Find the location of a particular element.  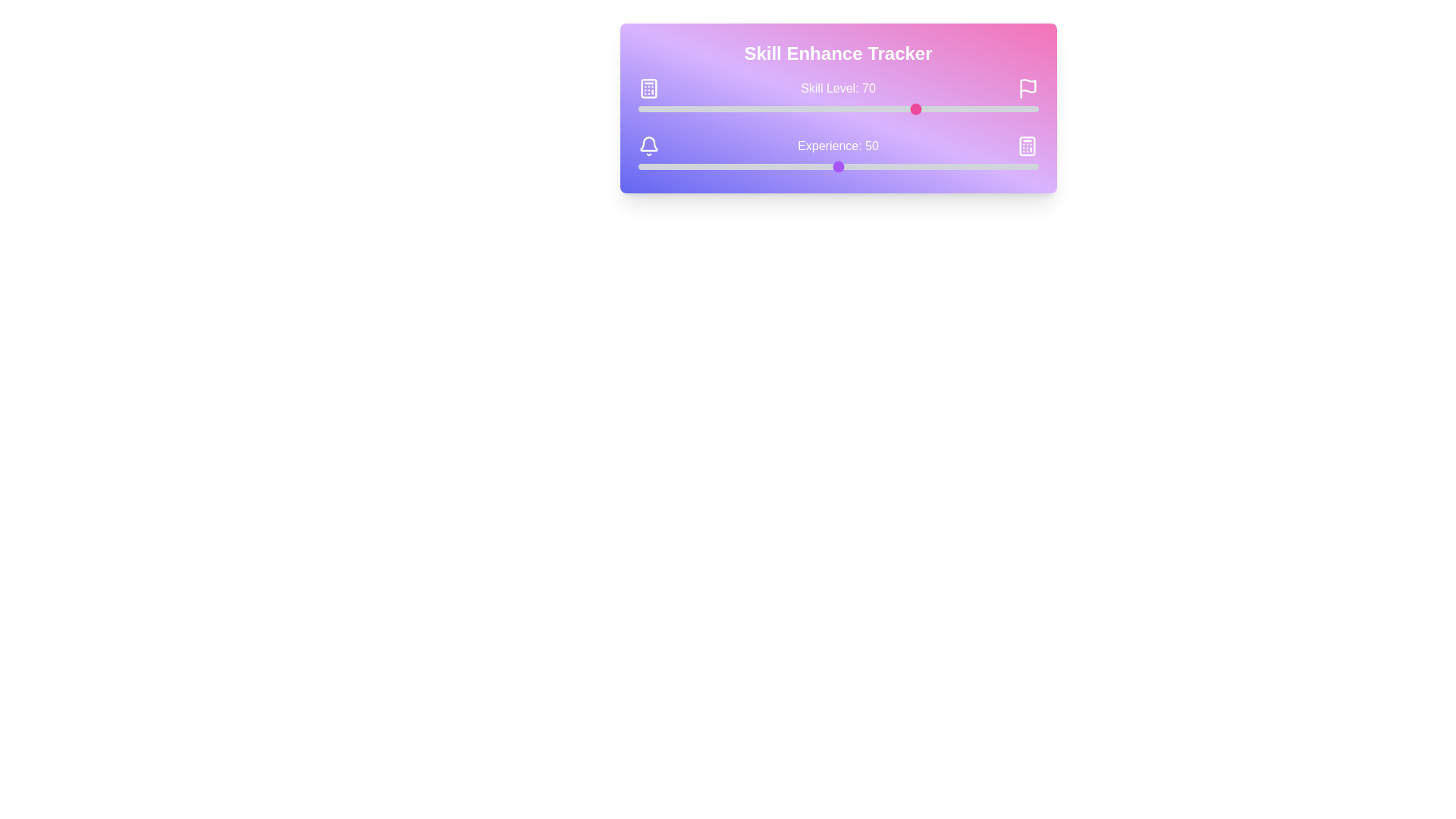

the skill level slider to 89, where 89 is a value between 0 and 100 is located at coordinates (994, 108).